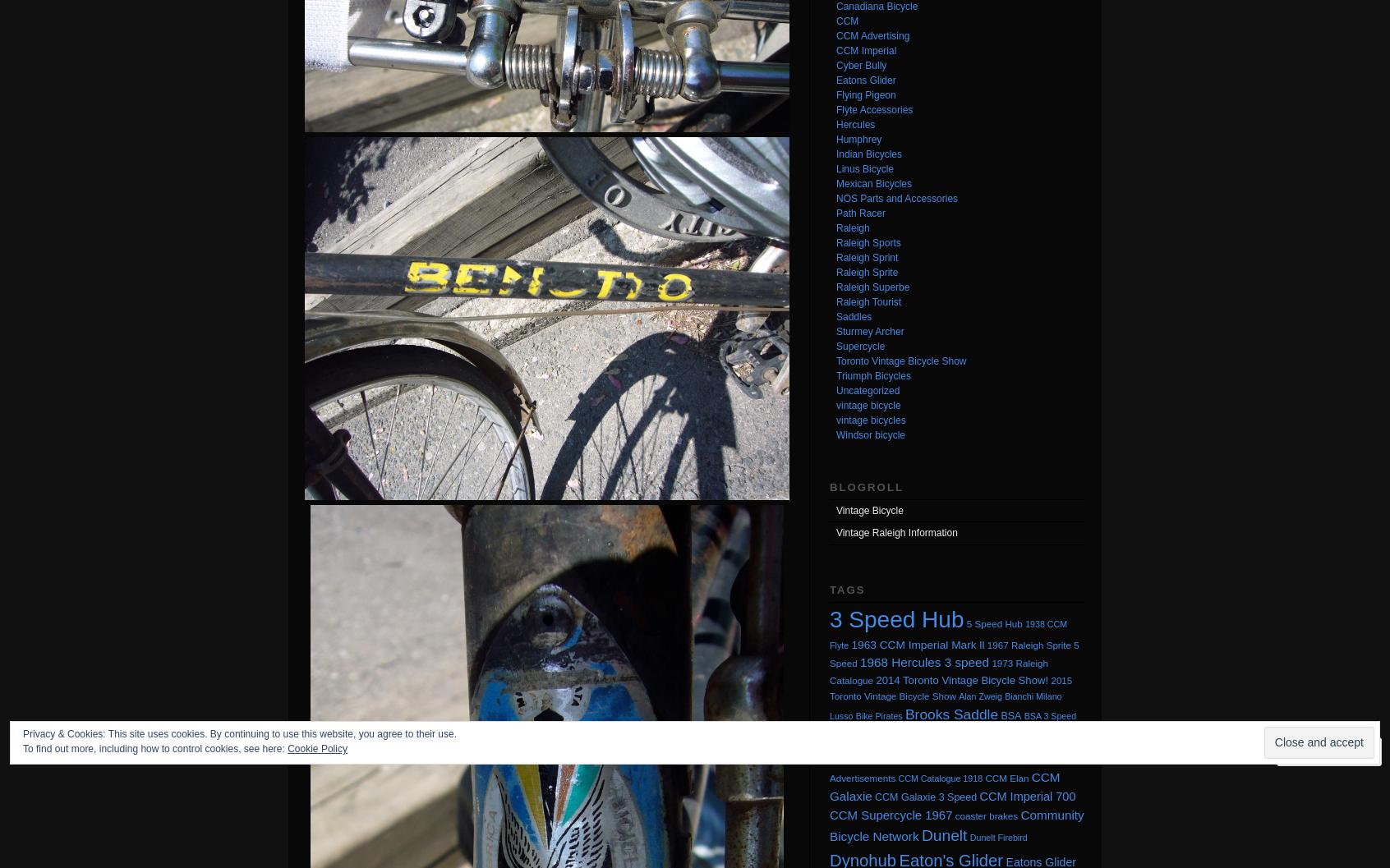  Describe the element at coordinates (871, 434) in the screenshot. I see `'Windsor bicycle'` at that location.